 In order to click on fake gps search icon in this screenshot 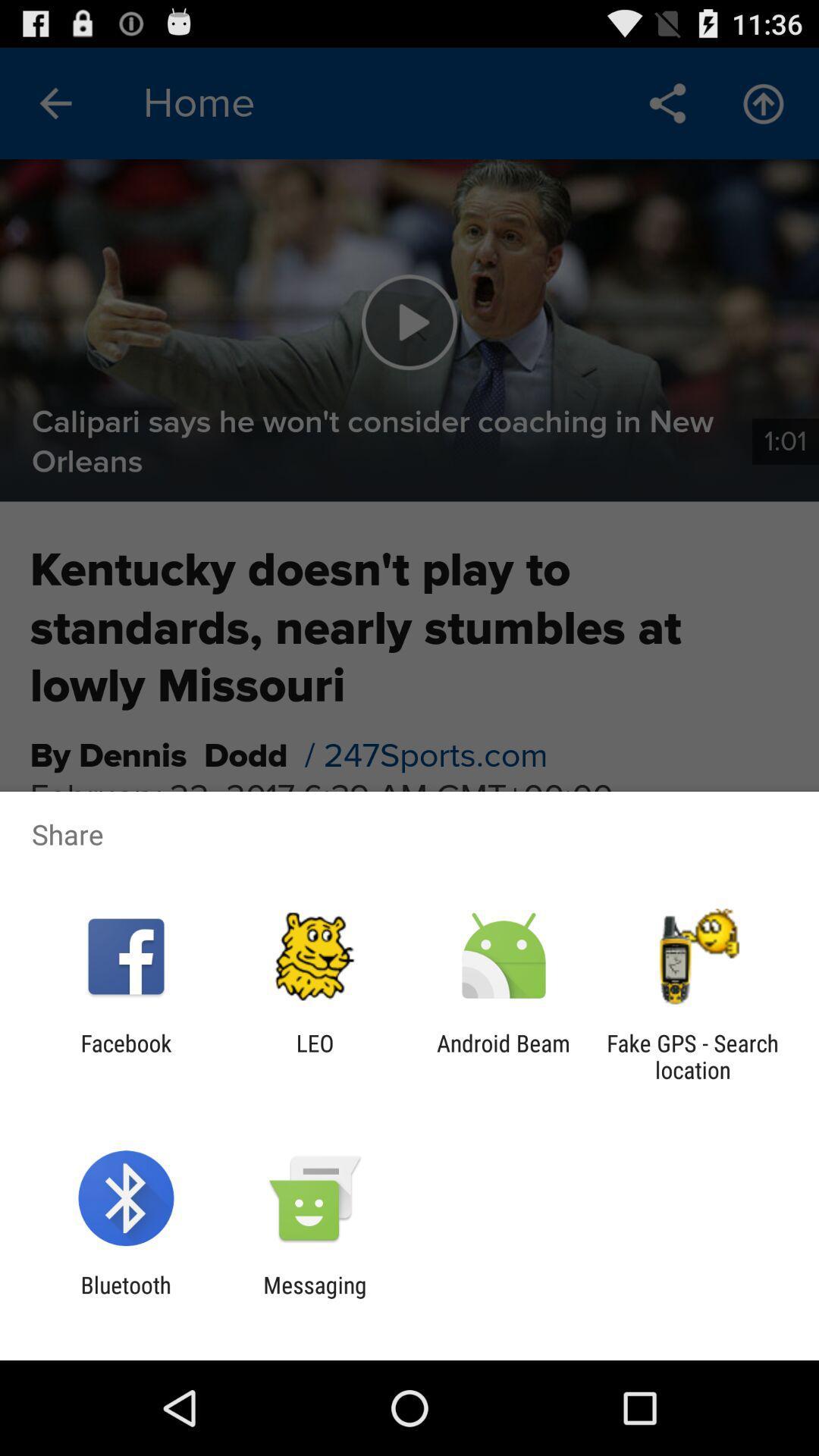, I will do `click(692, 1056)`.